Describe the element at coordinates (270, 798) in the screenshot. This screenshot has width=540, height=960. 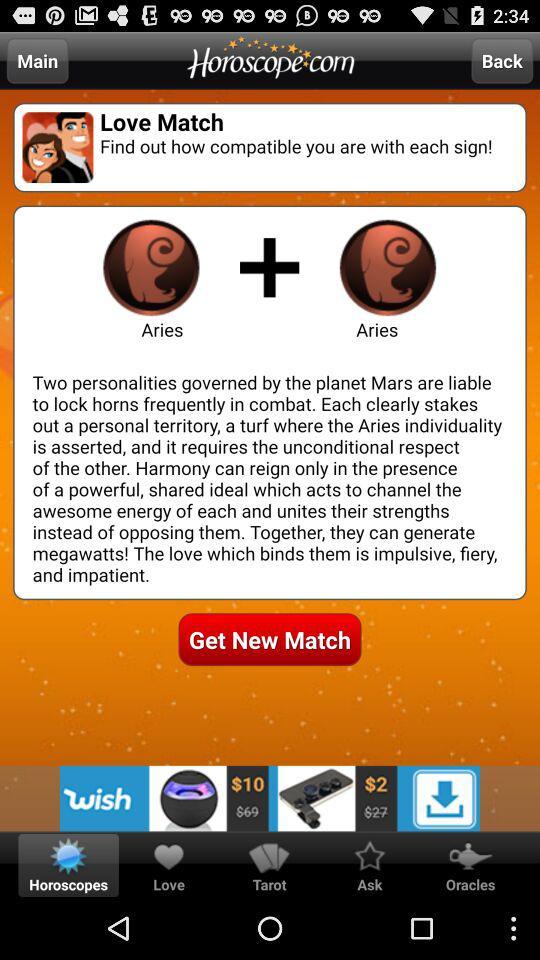
I see `adversement` at that location.